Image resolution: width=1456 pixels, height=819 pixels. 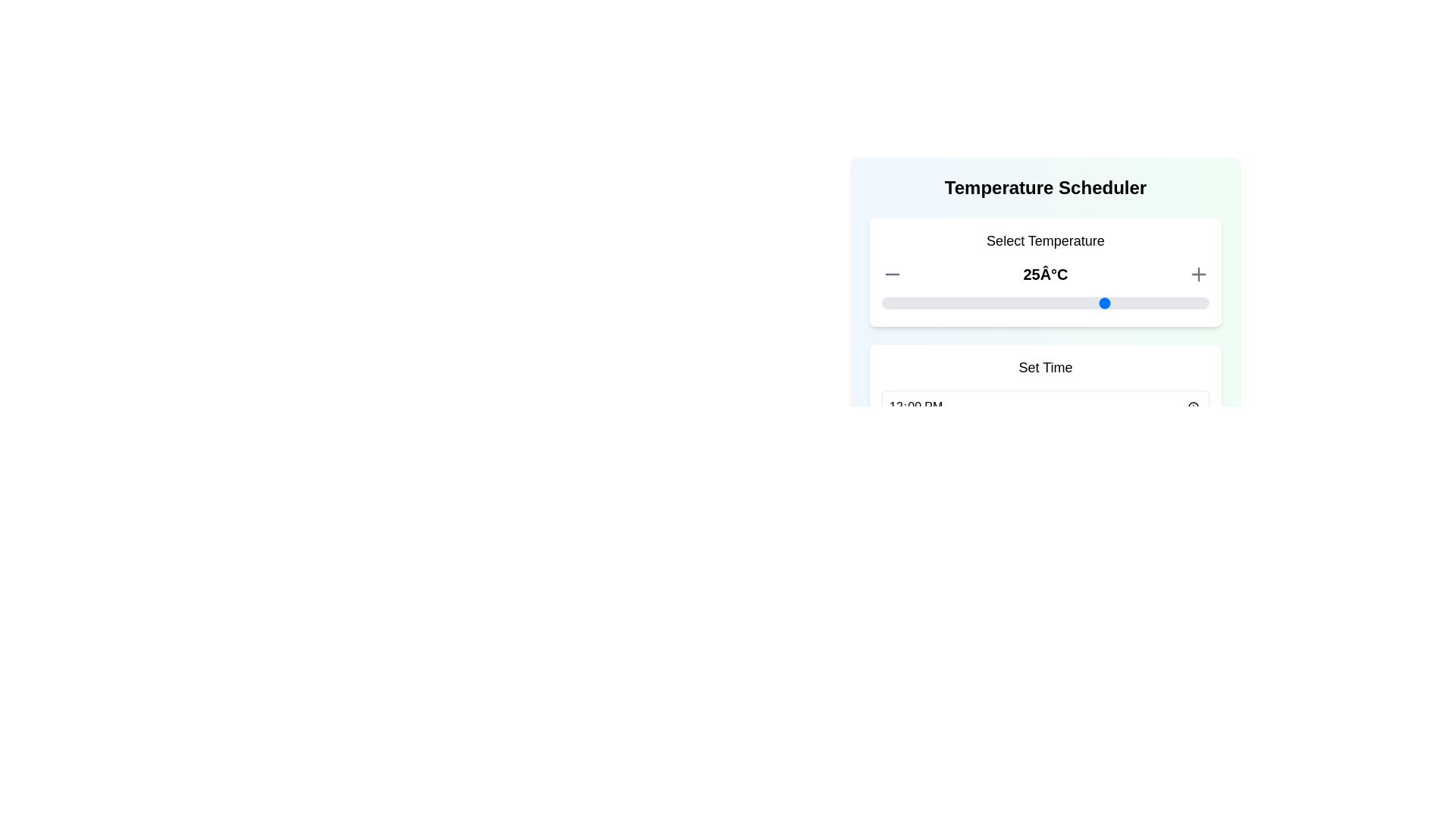 What do you see at coordinates (1044, 275) in the screenshot?
I see `bold text displaying '25°C' in the temperature selection interface, located centrally between the minus and plus buttons under the 'Select Temperature' section` at bounding box center [1044, 275].